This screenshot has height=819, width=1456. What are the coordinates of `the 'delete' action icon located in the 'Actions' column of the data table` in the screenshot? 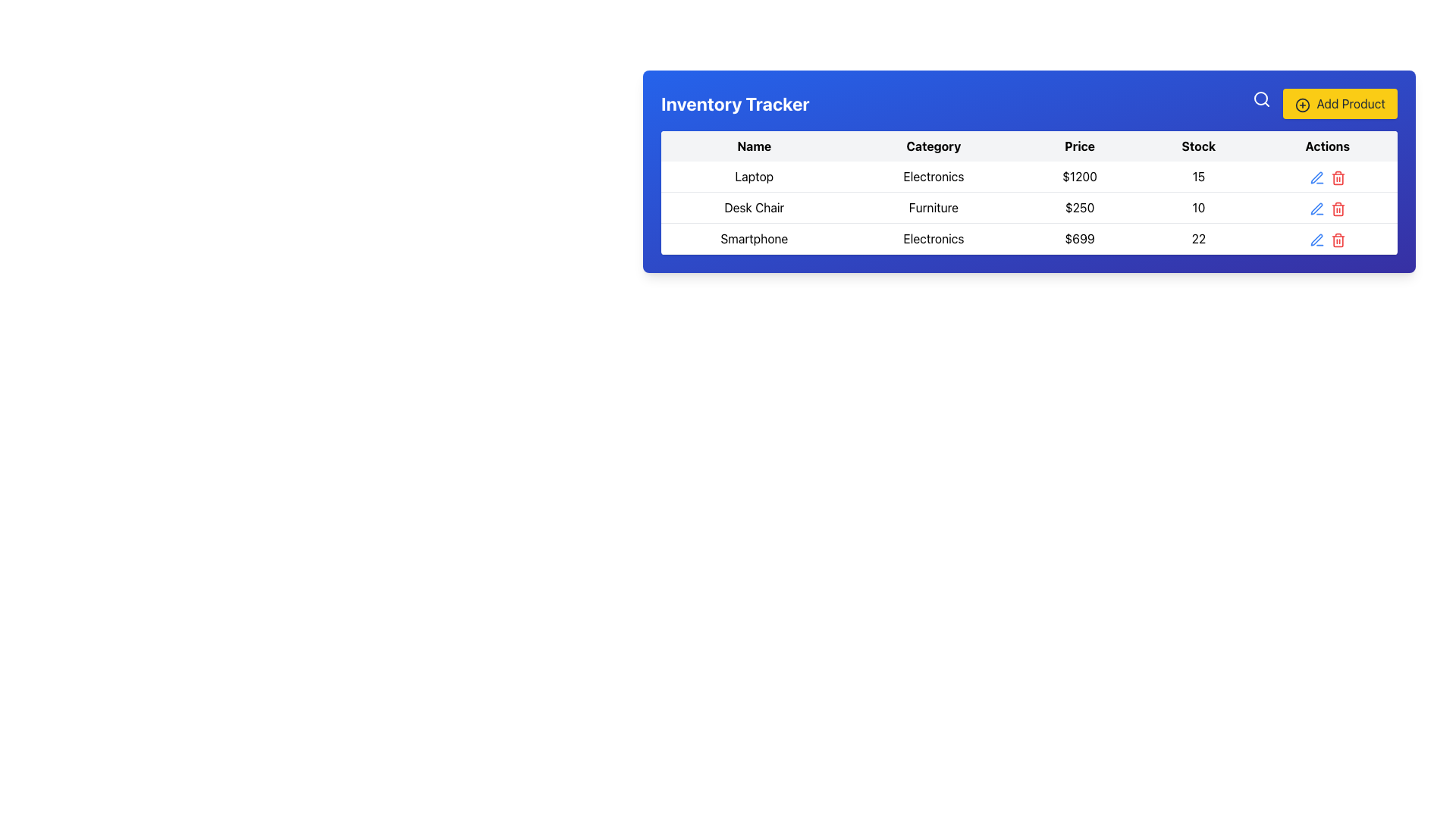 It's located at (1338, 210).